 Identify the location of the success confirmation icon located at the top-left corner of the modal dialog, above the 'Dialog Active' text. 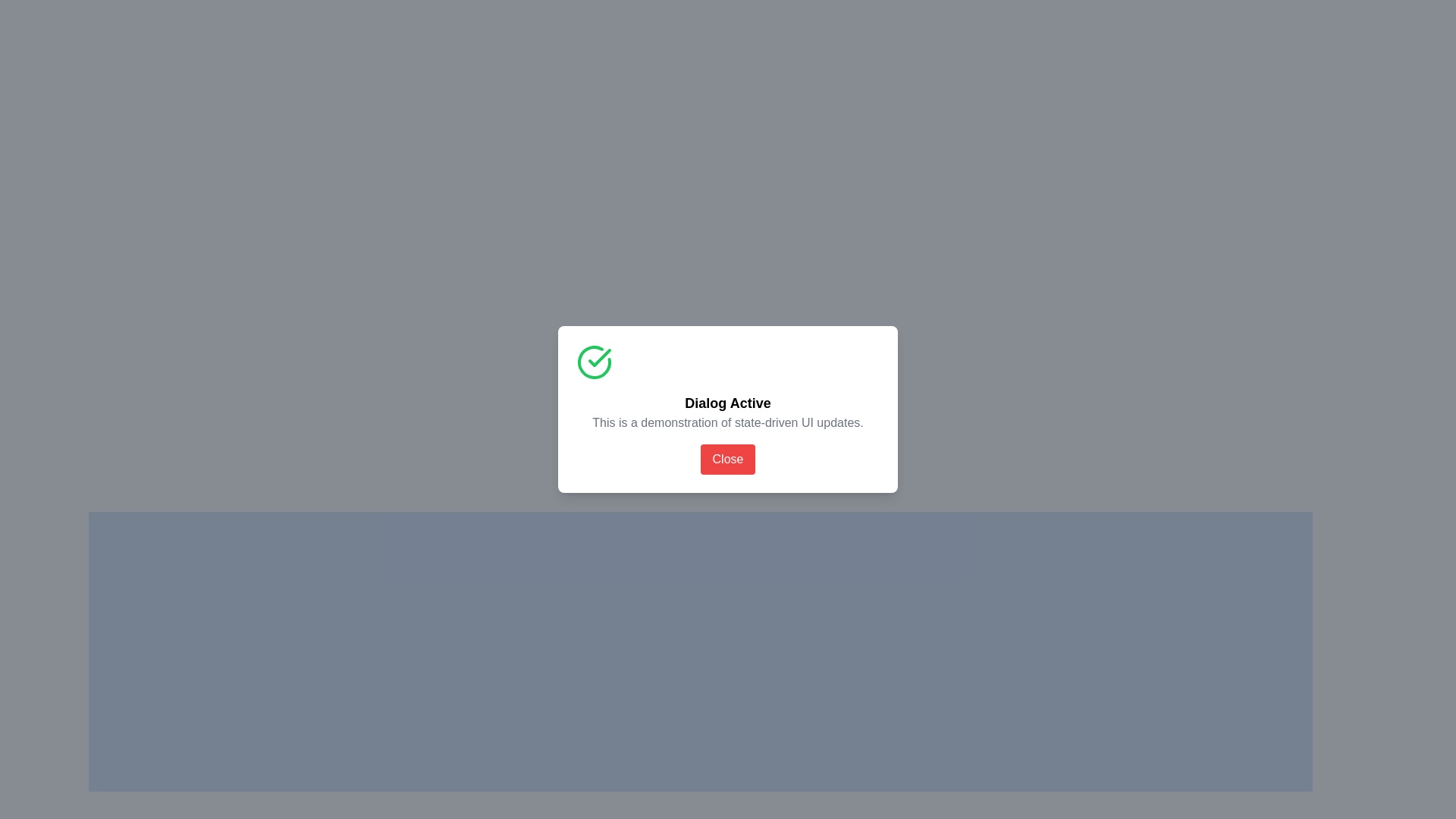
(593, 362).